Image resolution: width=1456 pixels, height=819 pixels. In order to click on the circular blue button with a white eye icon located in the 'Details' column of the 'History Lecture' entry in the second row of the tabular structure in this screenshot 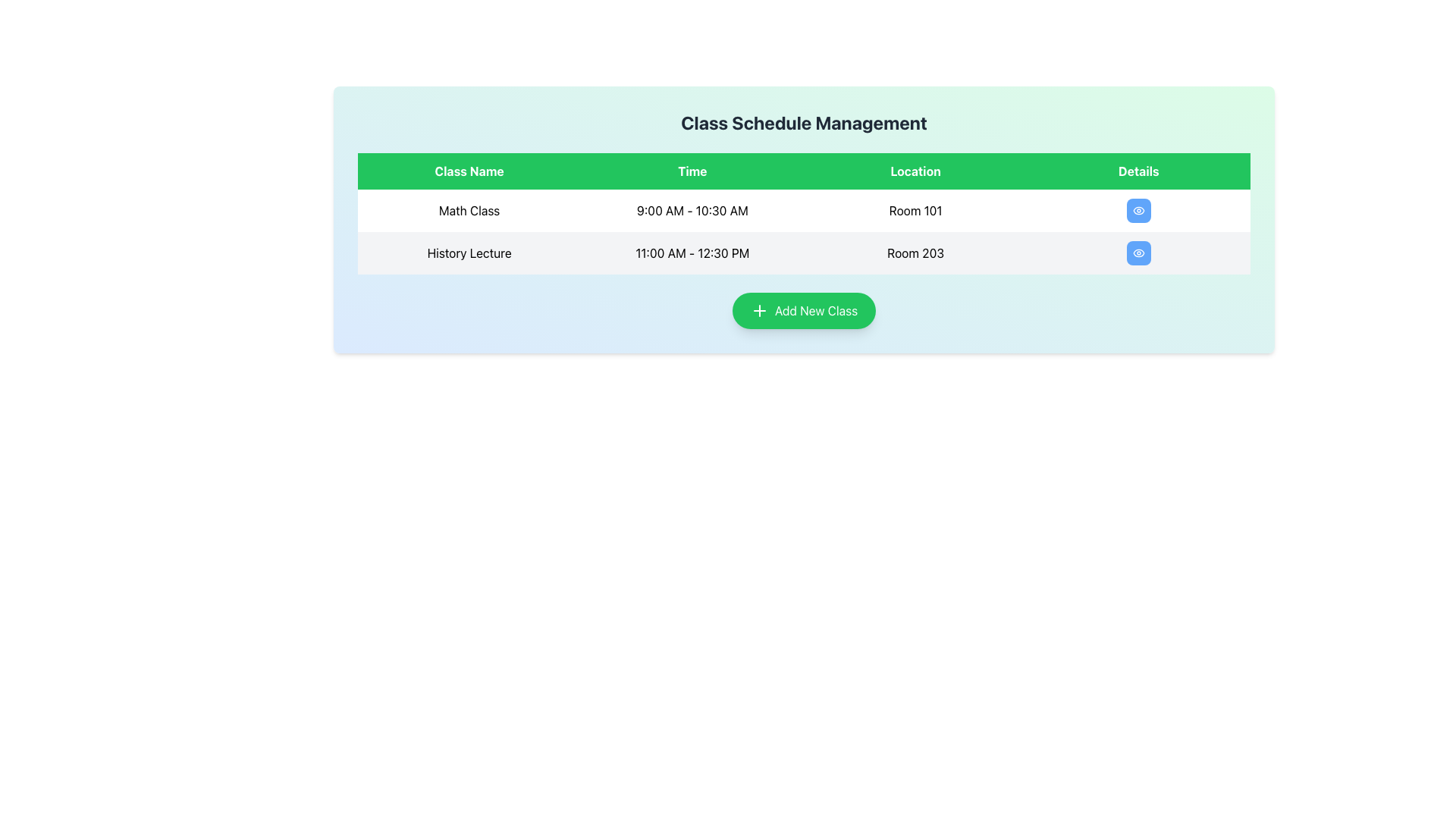, I will do `click(1138, 253)`.